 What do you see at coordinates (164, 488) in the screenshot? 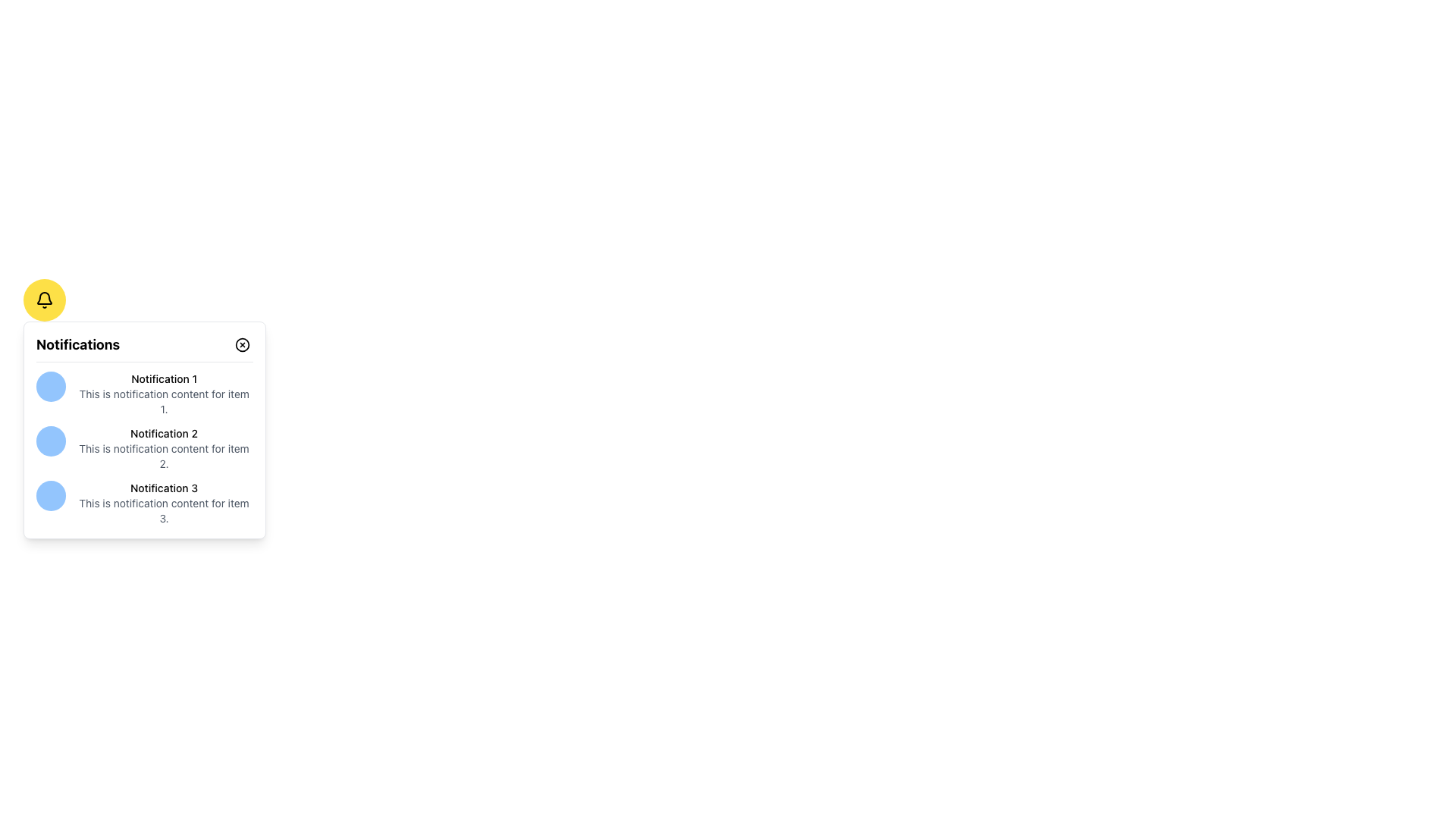
I see `the label for the third notification in the notification panel, which serves as the title for that notification` at bounding box center [164, 488].